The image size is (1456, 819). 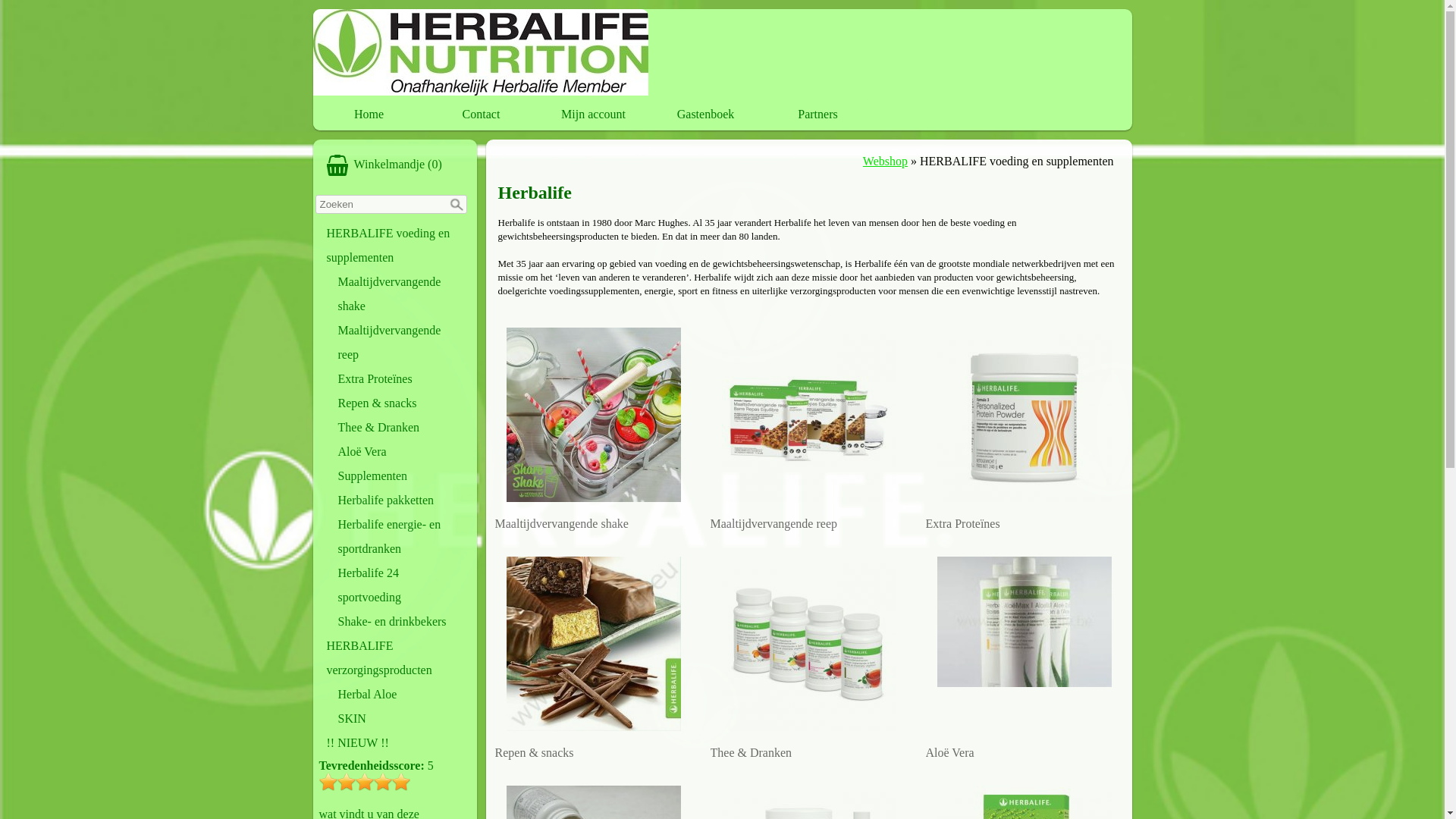 What do you see at coordinates (862, 161) in the screenshot?
I see `'Webshop'` at bounding box center [862, 161].